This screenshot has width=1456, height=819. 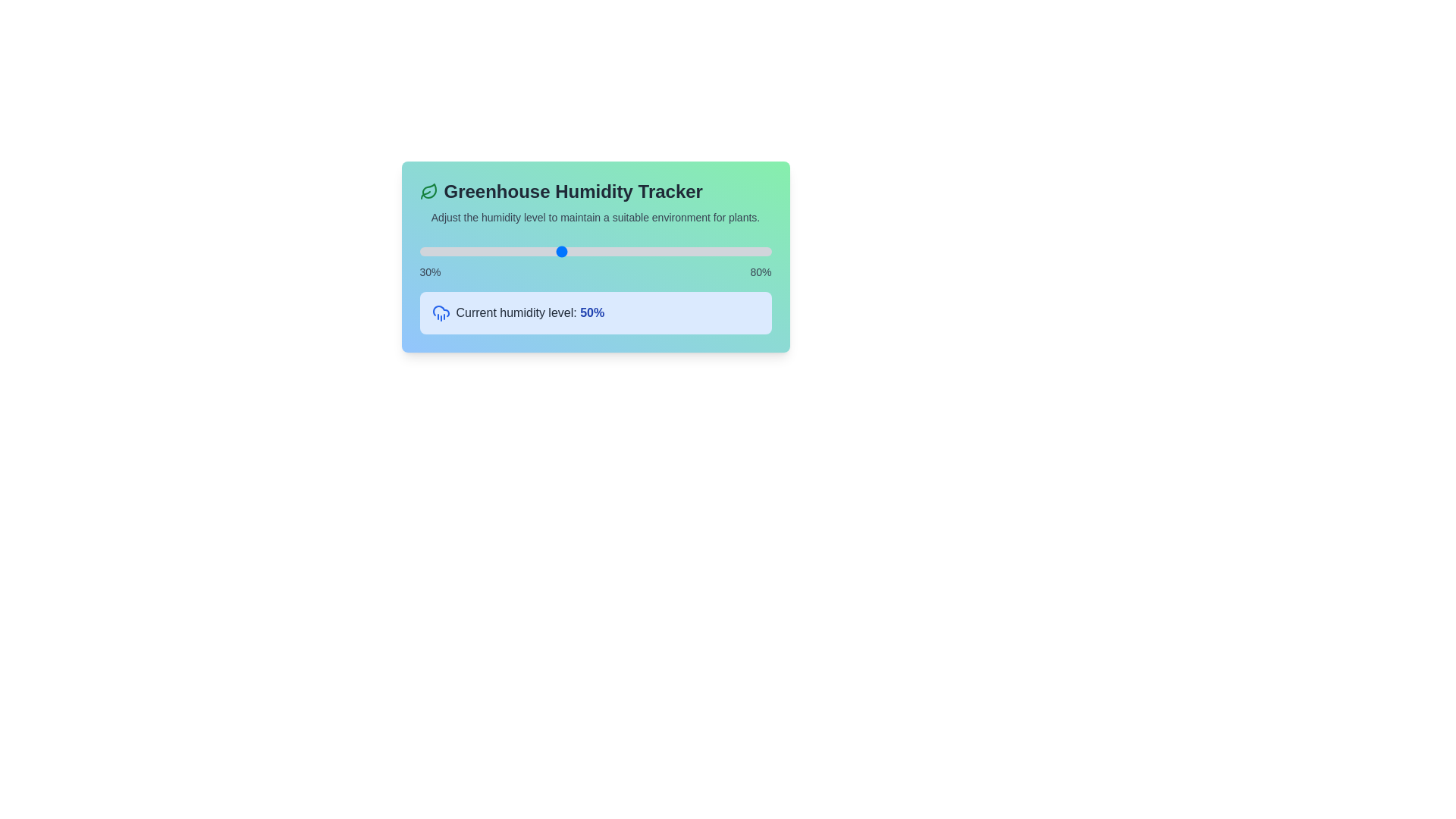 What do you see at coordinates (573, 250) in the screenshot?
I see `the humidity level to 52% using the slider` at bounding box center [573, 250].